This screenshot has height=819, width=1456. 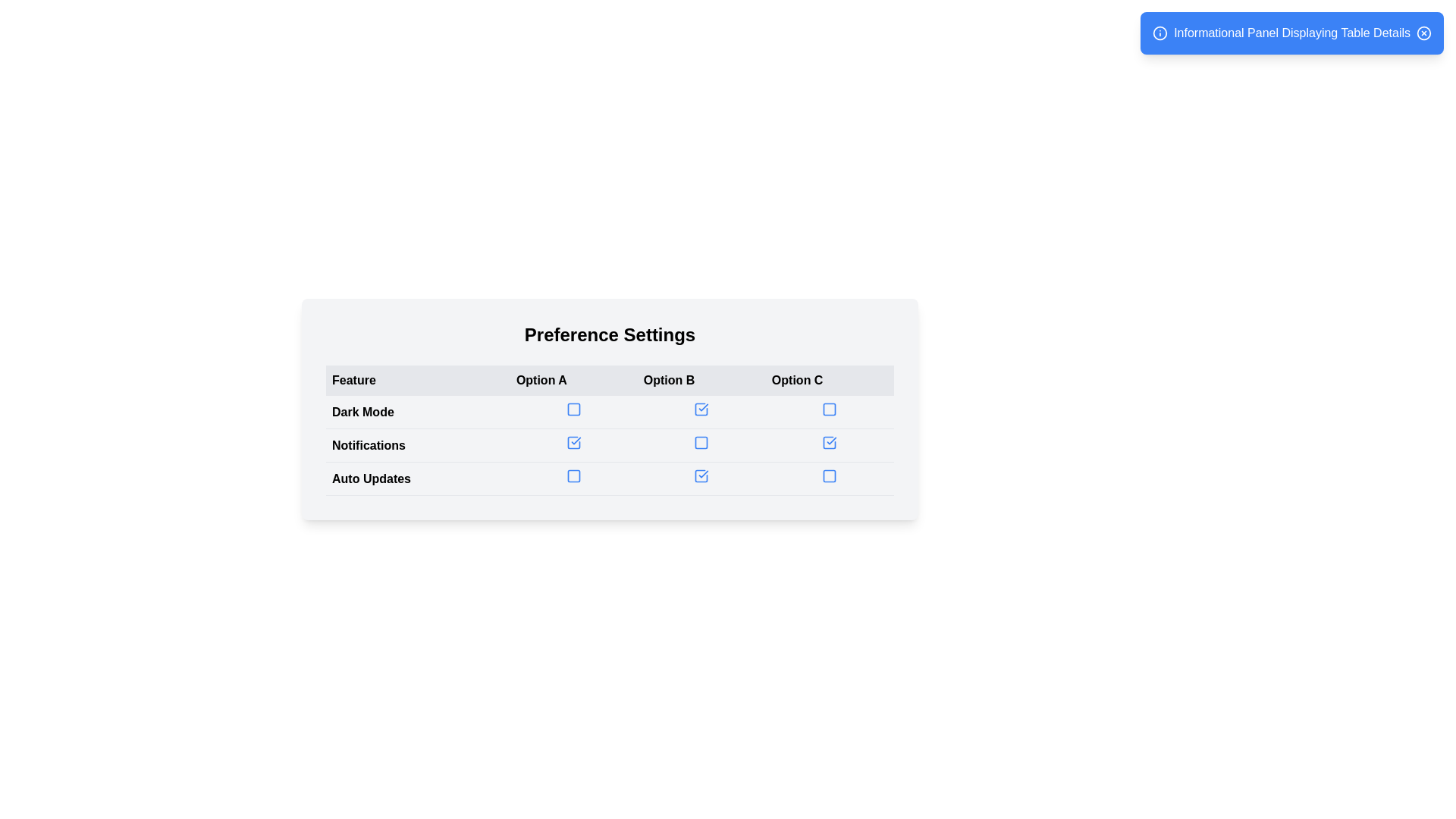 I want to click on the section represented, so click(x=610, y=334).